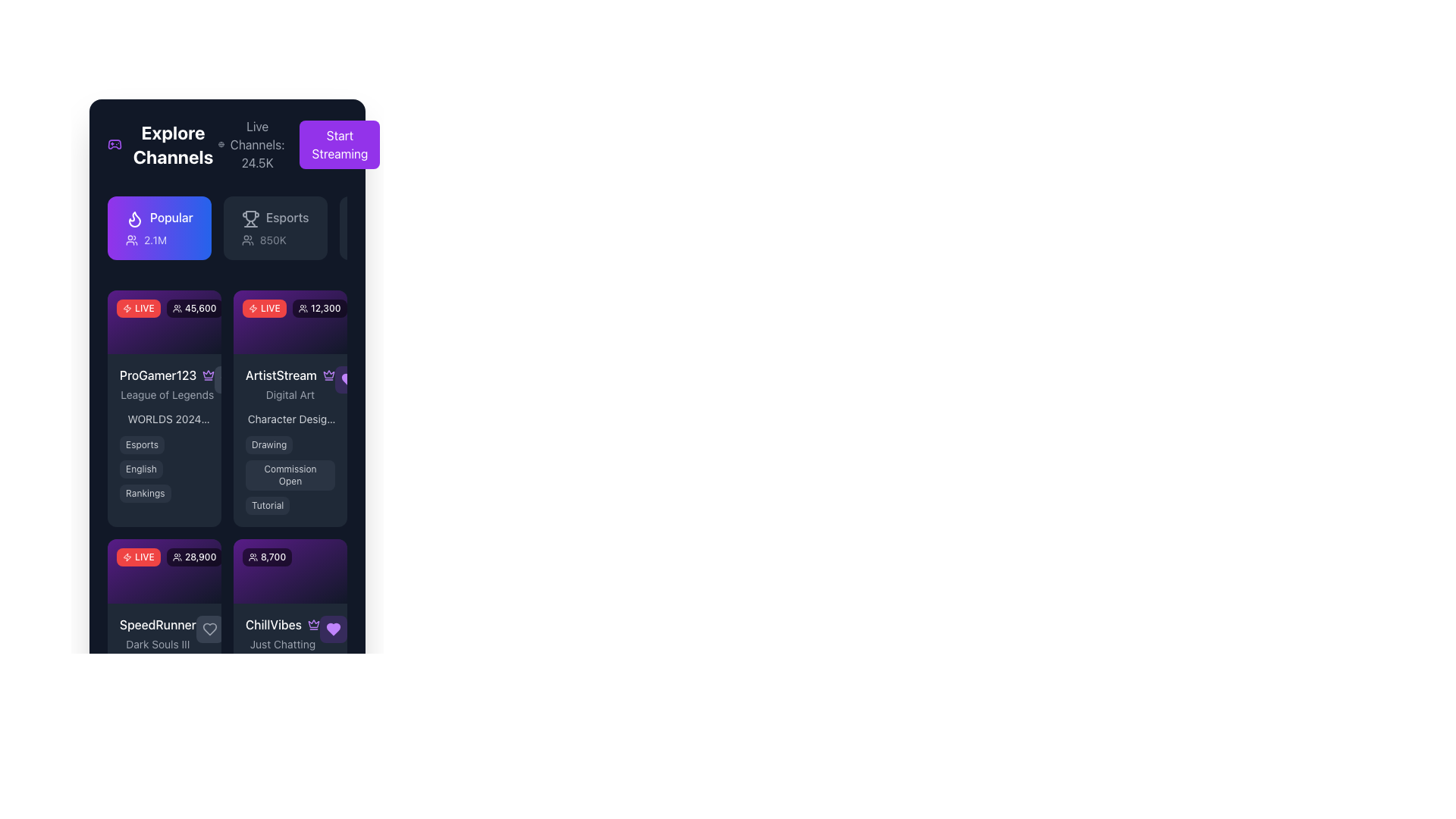 Image resolution: width=1456 pixels, height=819 pixels. Describe the element at coordinates (348, 379) in the screenshot. I see `the heart-shaped icon located in the upper-right corner of the 'ArtistStream' card` at that location.